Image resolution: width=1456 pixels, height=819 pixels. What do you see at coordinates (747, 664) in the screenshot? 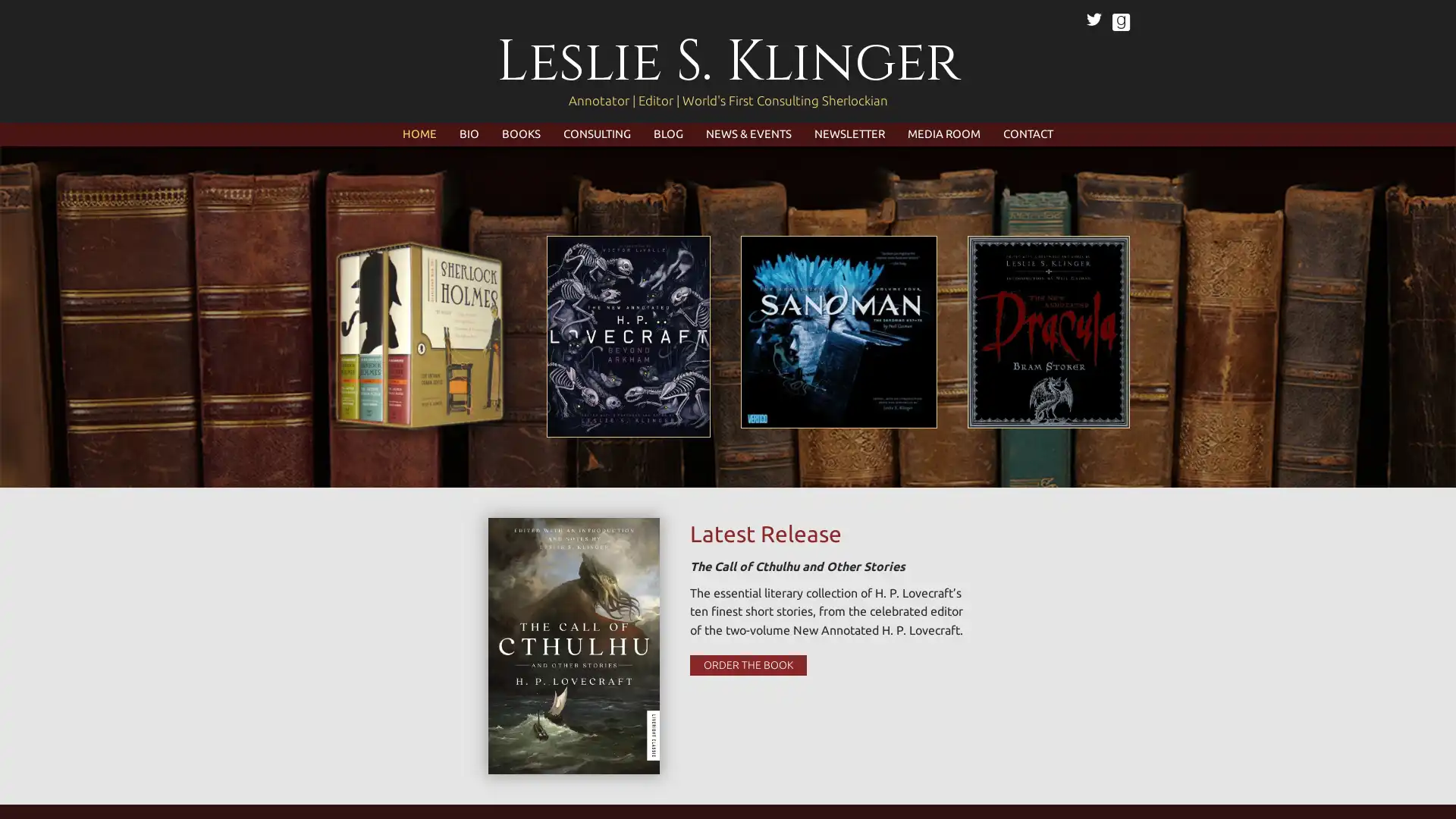
I see `ORDER THE BOOK` at bounding box center [747, 664].